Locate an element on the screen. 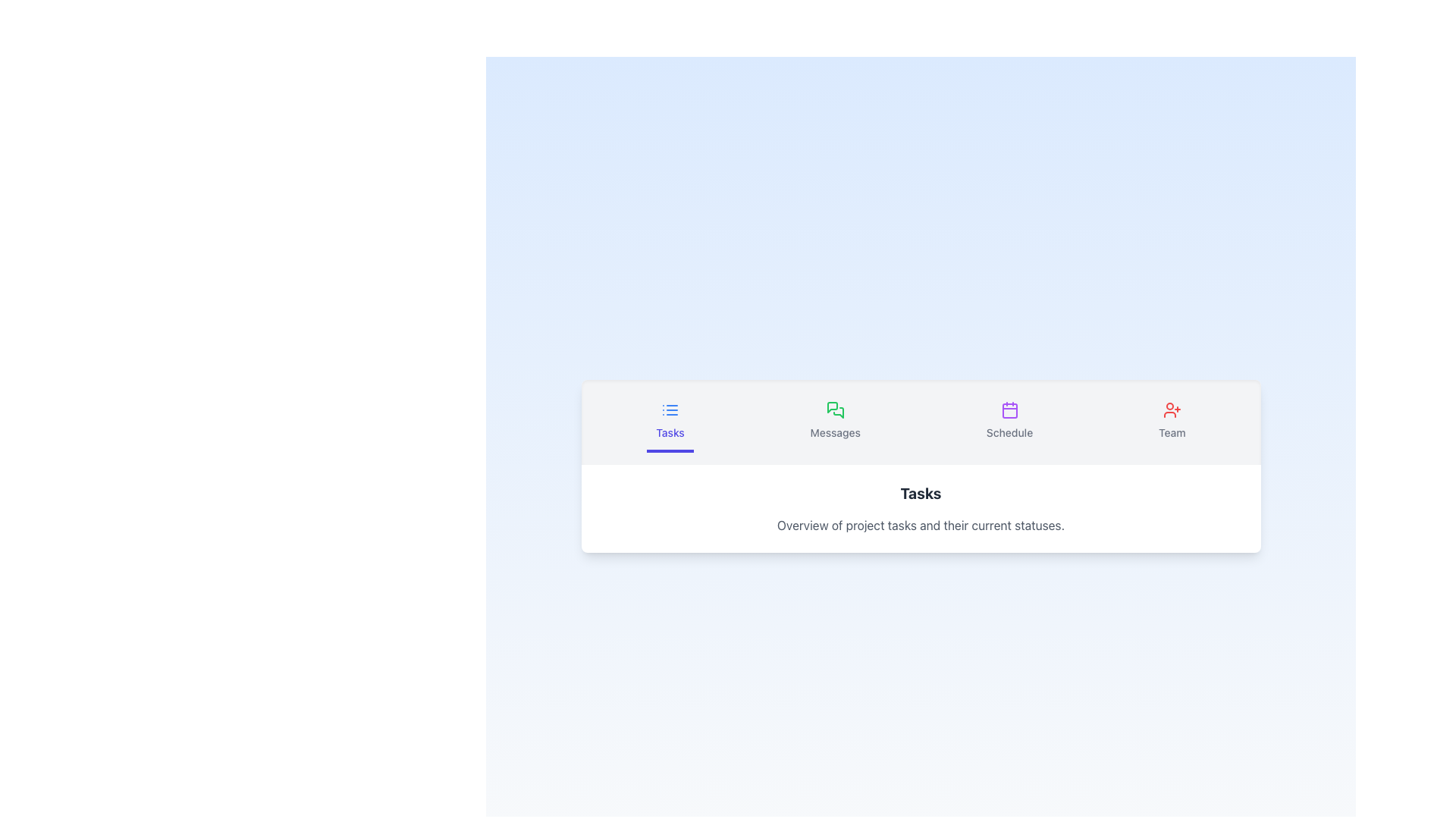  bold, centered text label that reads 'Tasks', prominently positioned below the navigation bar is located at coordinates (920, 494).